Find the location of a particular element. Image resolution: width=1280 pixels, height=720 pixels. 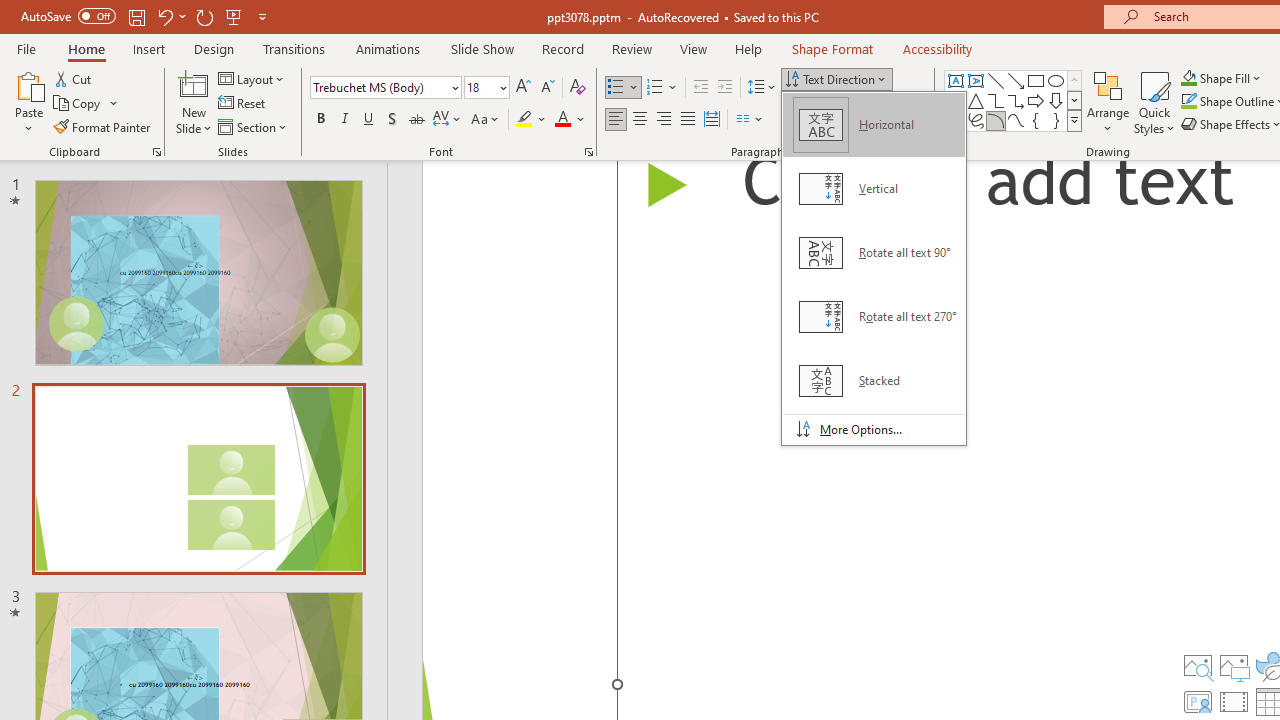

'Pictures' is located at coordinates (1233, 666).